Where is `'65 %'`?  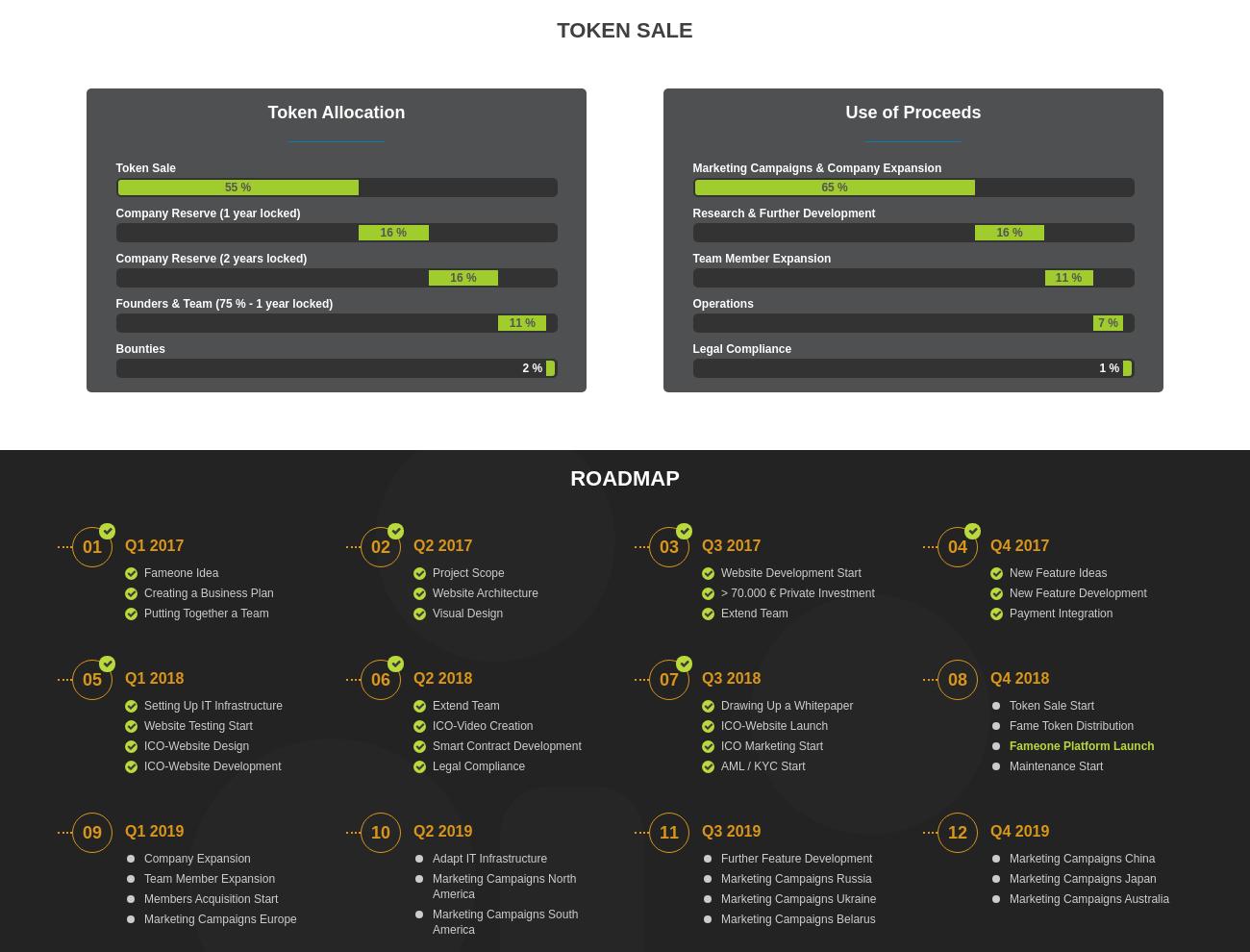 '65 %' is located at coordinates (833, 188).